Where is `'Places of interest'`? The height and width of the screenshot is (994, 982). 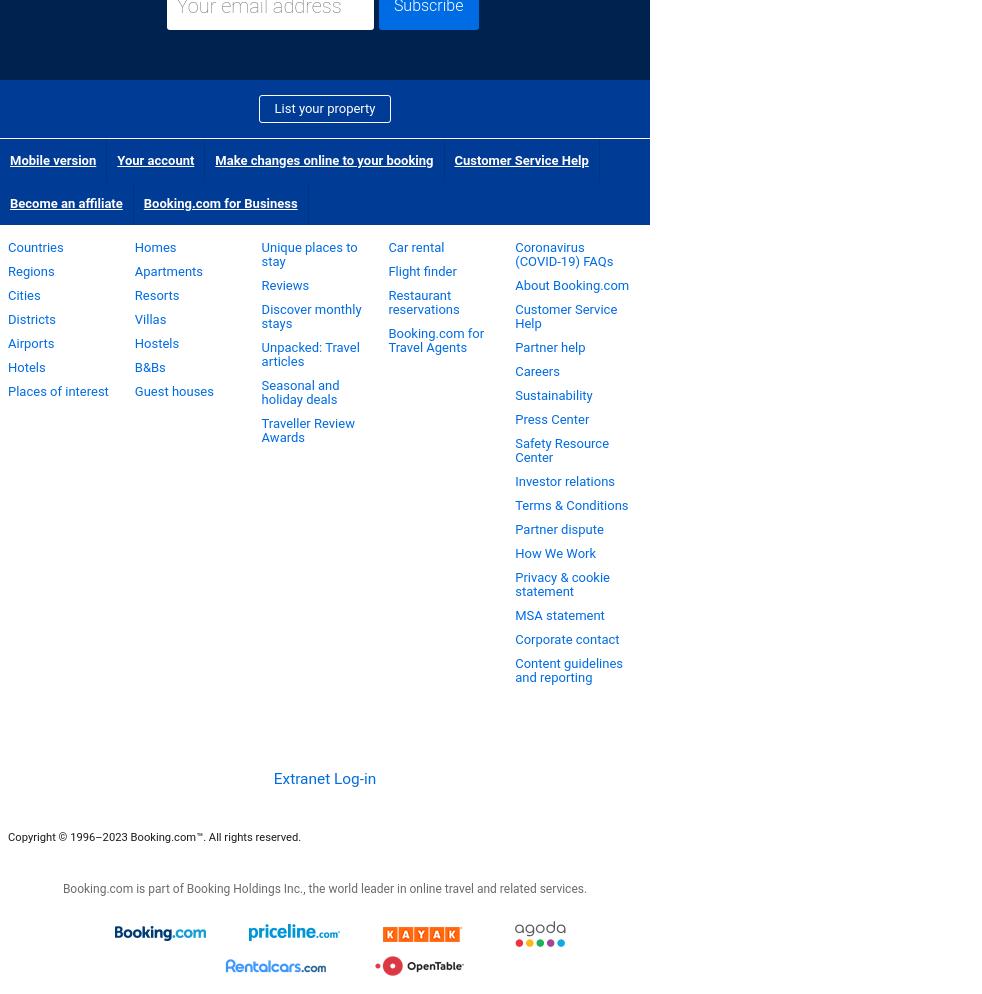 'Places of interest' is located at coordinates (57, 390).